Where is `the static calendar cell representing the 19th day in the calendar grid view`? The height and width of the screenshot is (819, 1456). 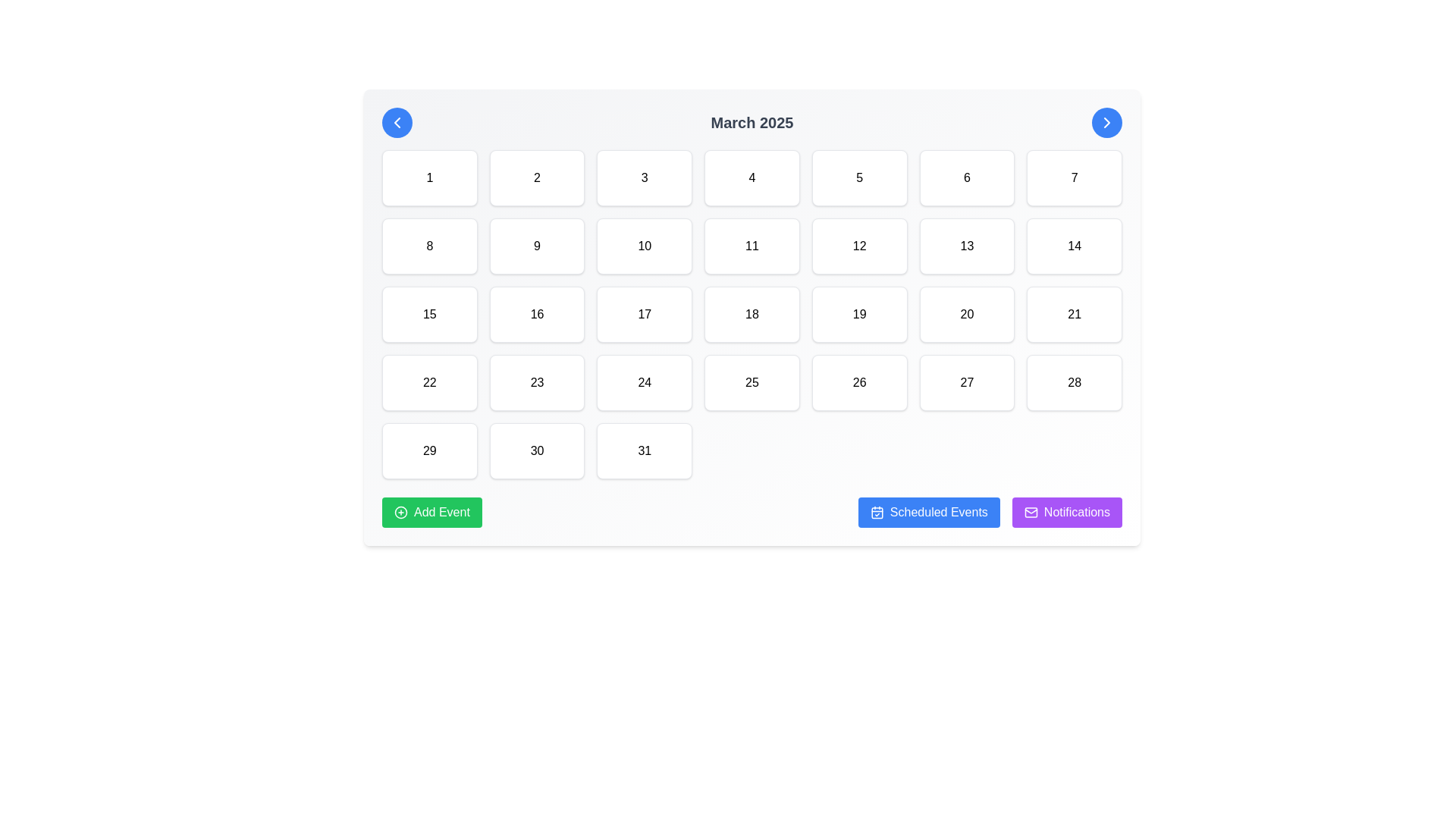
the static calendar cell representing the 19th day in the calendar grid view is located at coordinates (859, 314).